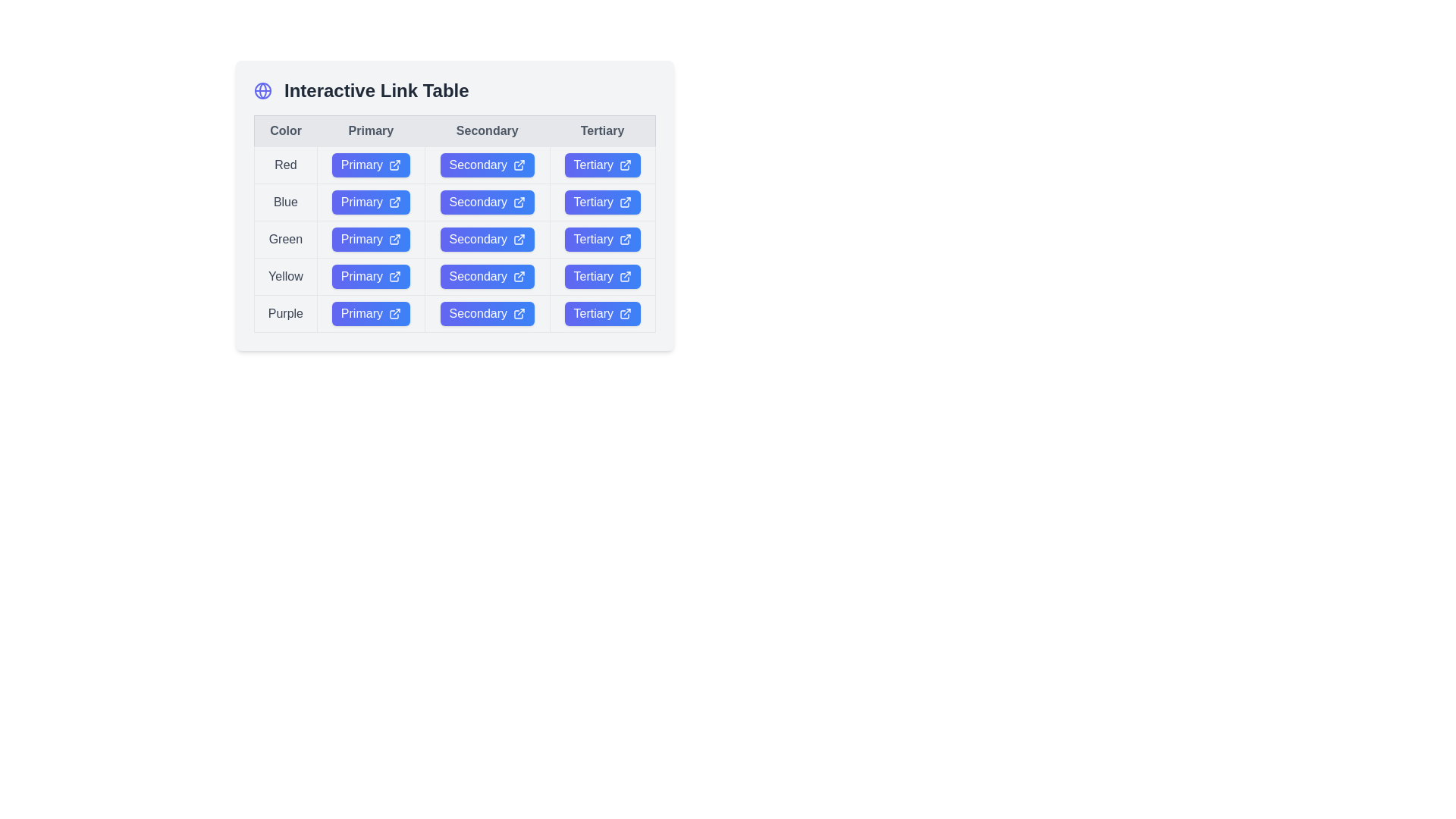 This screenshot has height=819, width=1456. What do you see at coordinates (477, 165) in the screenshot?
I see `the 'Secondary' button in the second row of the table, which is associated with the 'Red' row in the 'Color' column` at bounding box center [477, 165].